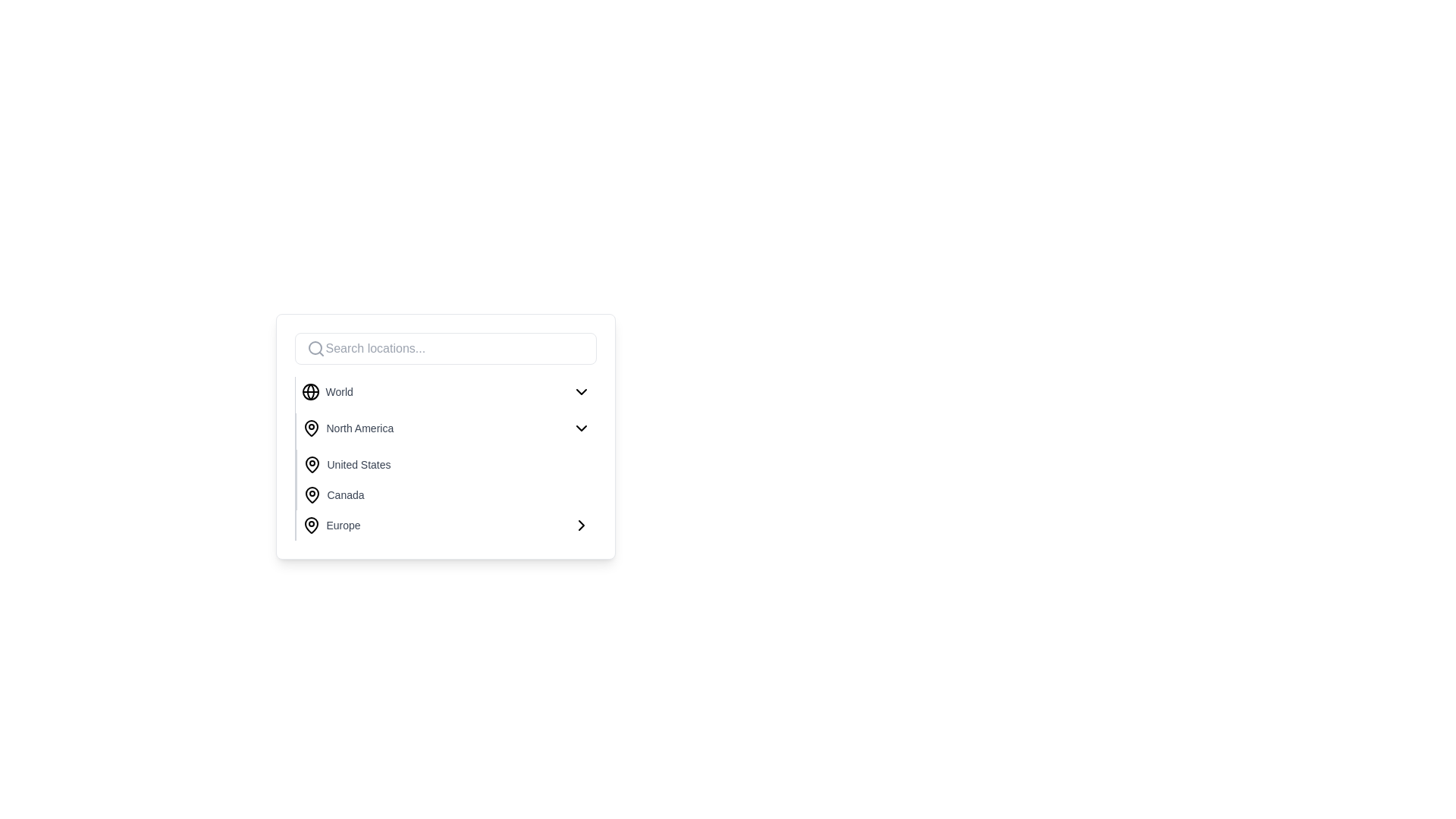  What do you see at coordinates (309, 391) in the screenshot?
I see `globe icon located at the top-left corner of the options list, adjacent to the 'World' text, for details` at bounding box center [309, 391].